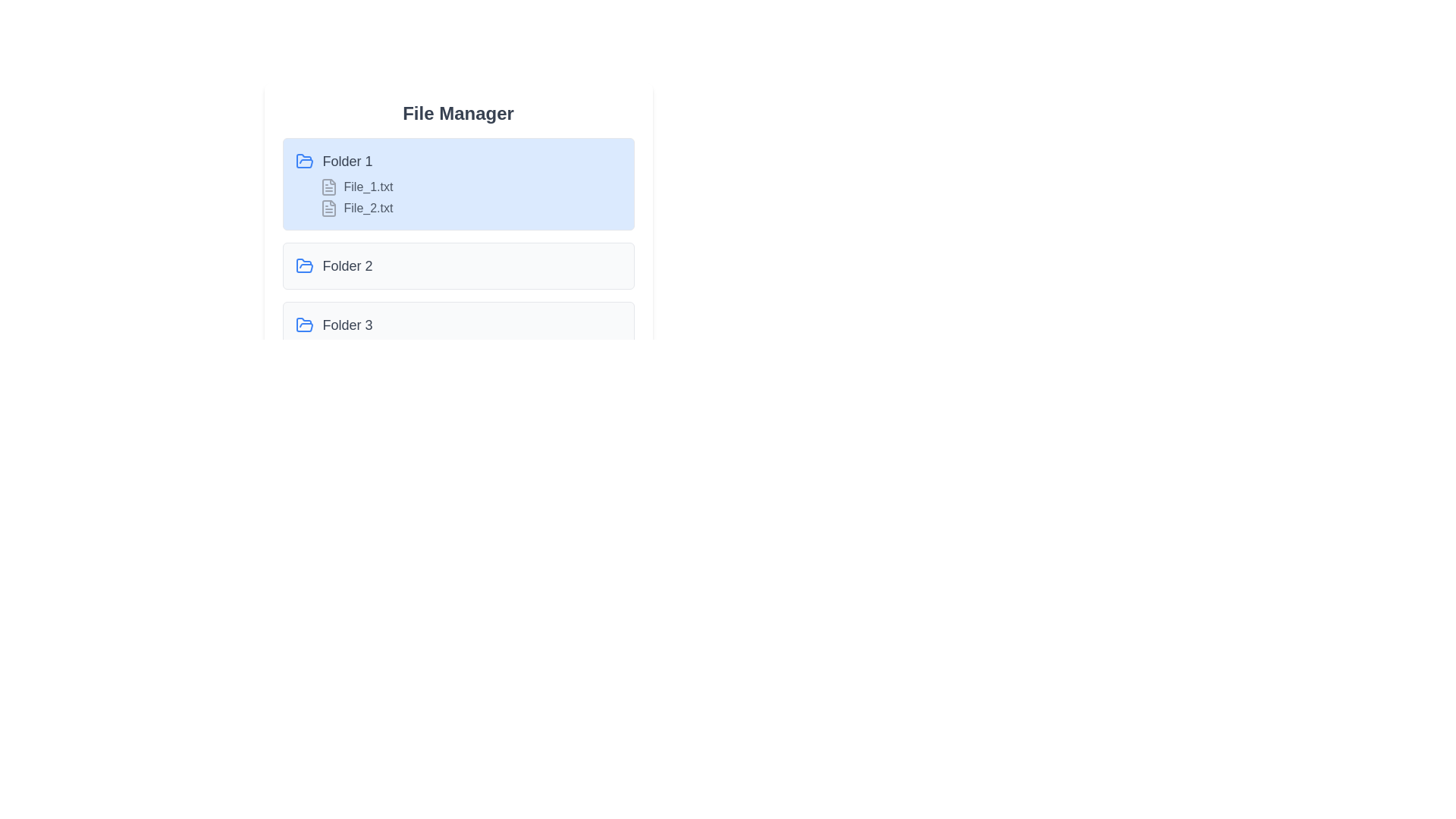  Describe the element at coordinates (303, 265) in the screenshot. I see `the folder icon located at the leftmost position of the row labeled 'Folder 2'` at that location.